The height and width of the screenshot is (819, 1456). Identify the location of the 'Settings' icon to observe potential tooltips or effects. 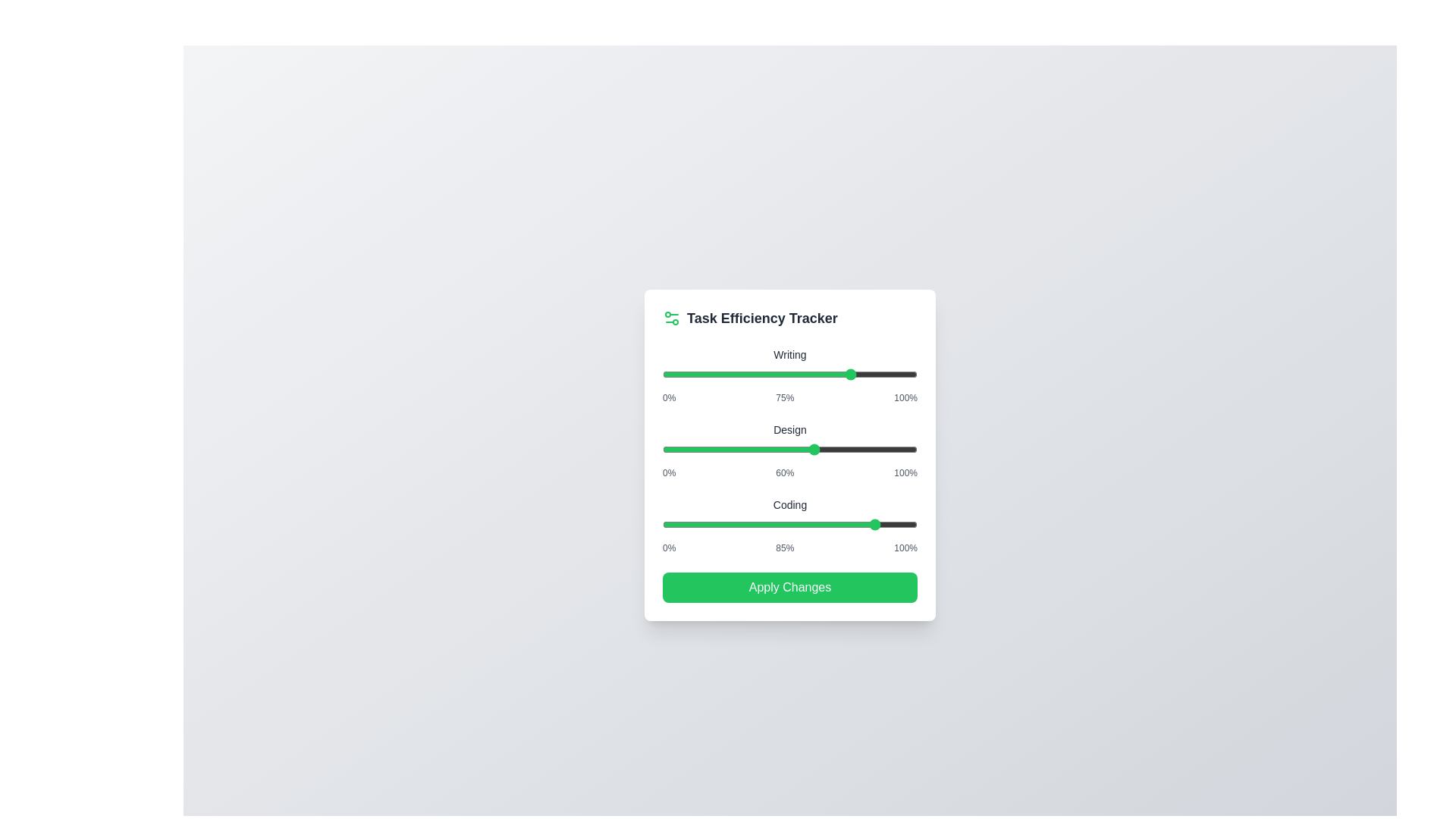
(671, 317).